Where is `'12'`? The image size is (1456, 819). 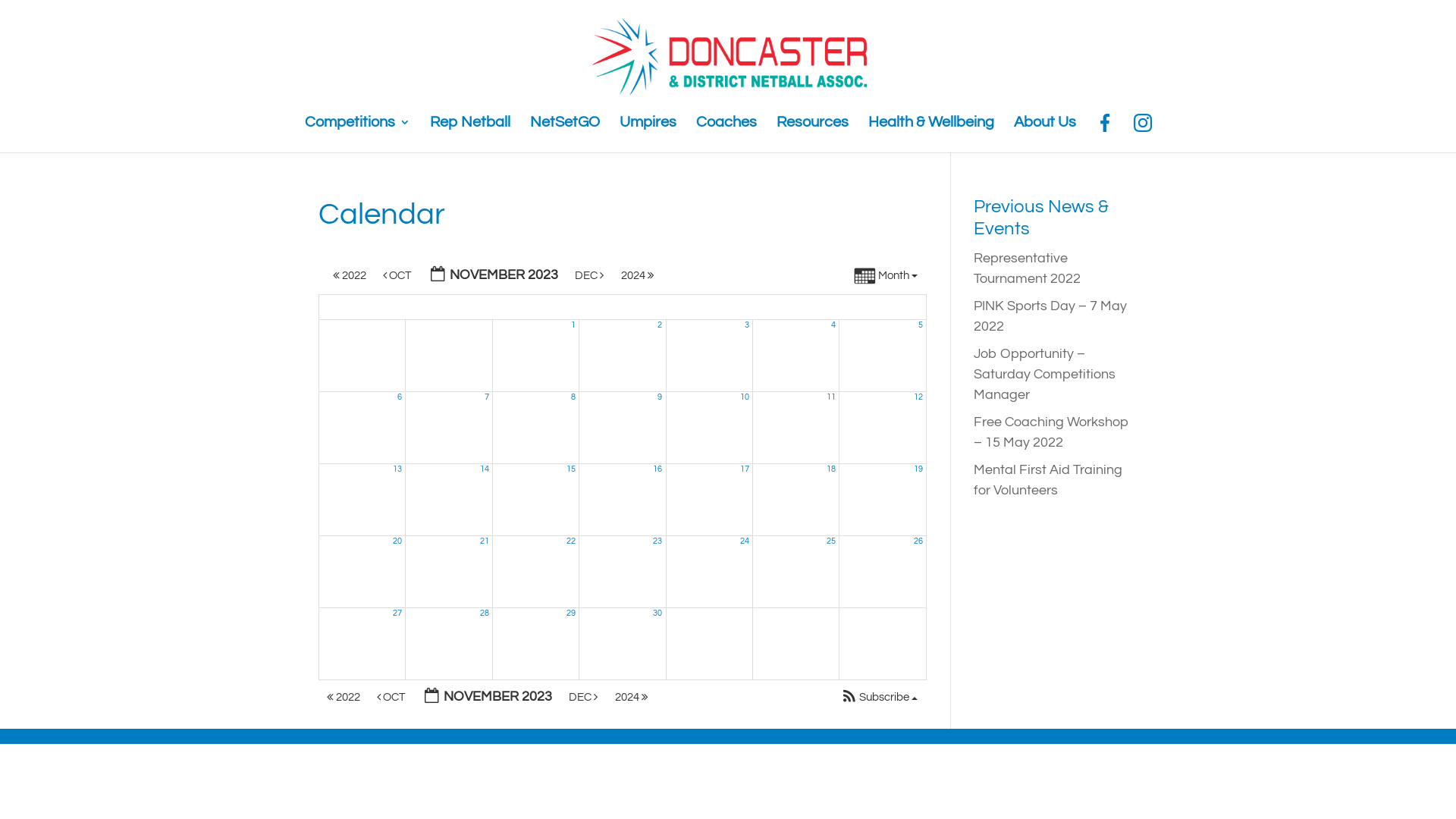
'12' is located at coordinates (917, 396).